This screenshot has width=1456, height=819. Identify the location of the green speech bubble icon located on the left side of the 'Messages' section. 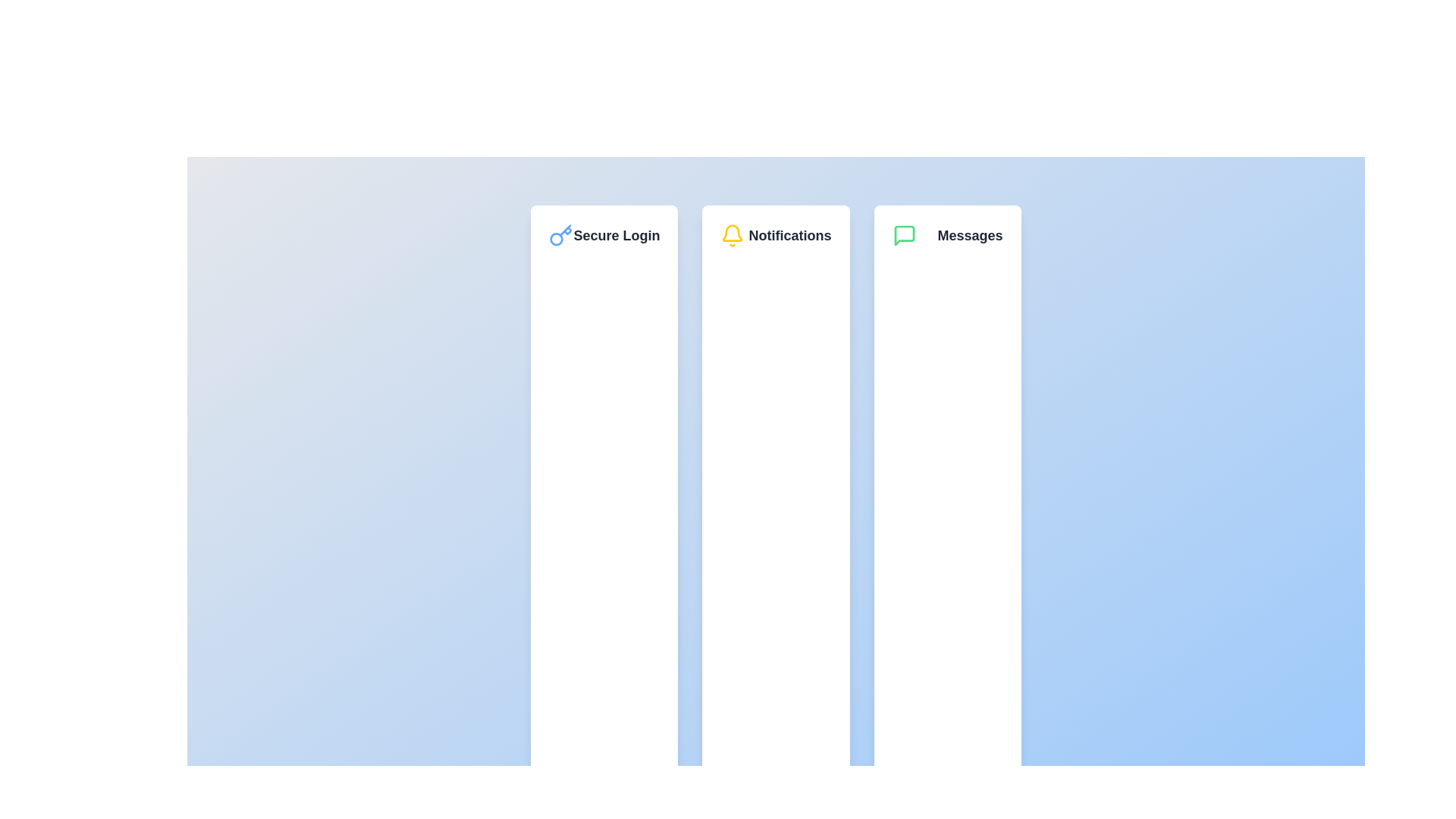
(904, 236).